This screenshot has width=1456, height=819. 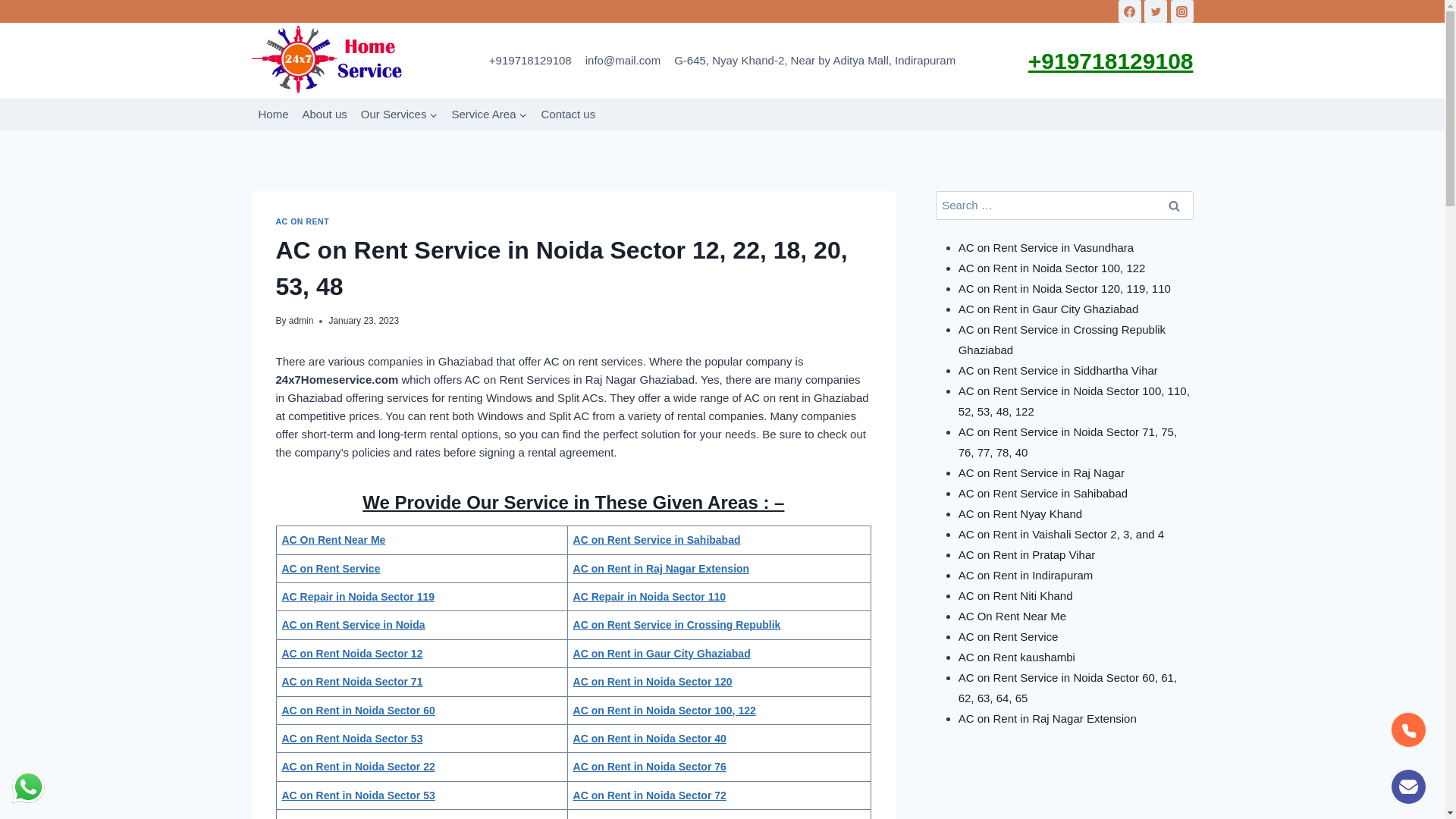 What do you see at coordinates (1067, 441) in the screenshot?
I see `'AC on Rent Service in Noida Sector 71, 75, 76, 77, 78, 40'` at bounding box center [1067, 441].